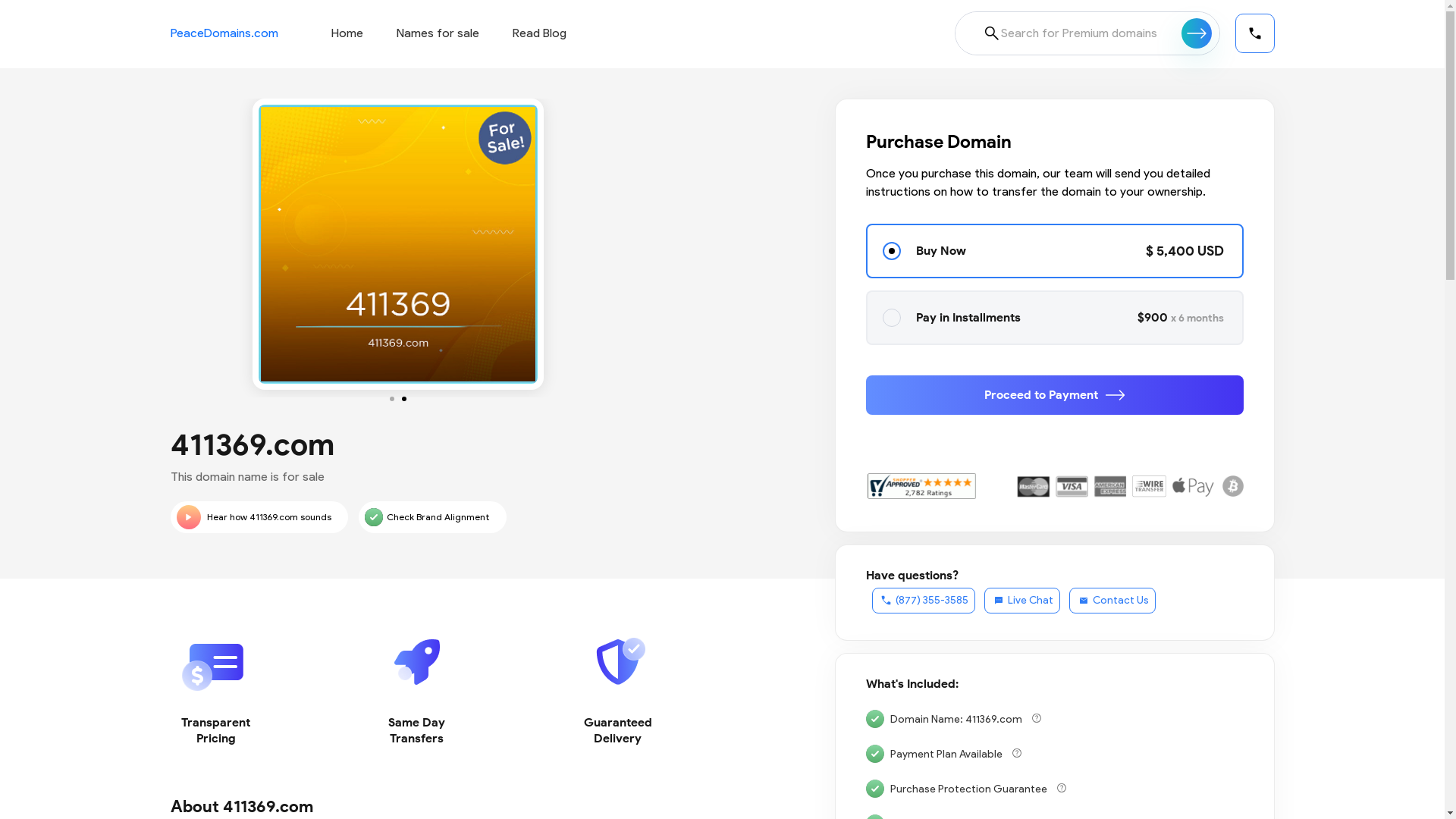 This screenshot has width=1456, height=819. What do you see at coordinates (222, 33) in the screenshot?
I see `'PeaceDomains.com'` at bounding box center [222, 33].